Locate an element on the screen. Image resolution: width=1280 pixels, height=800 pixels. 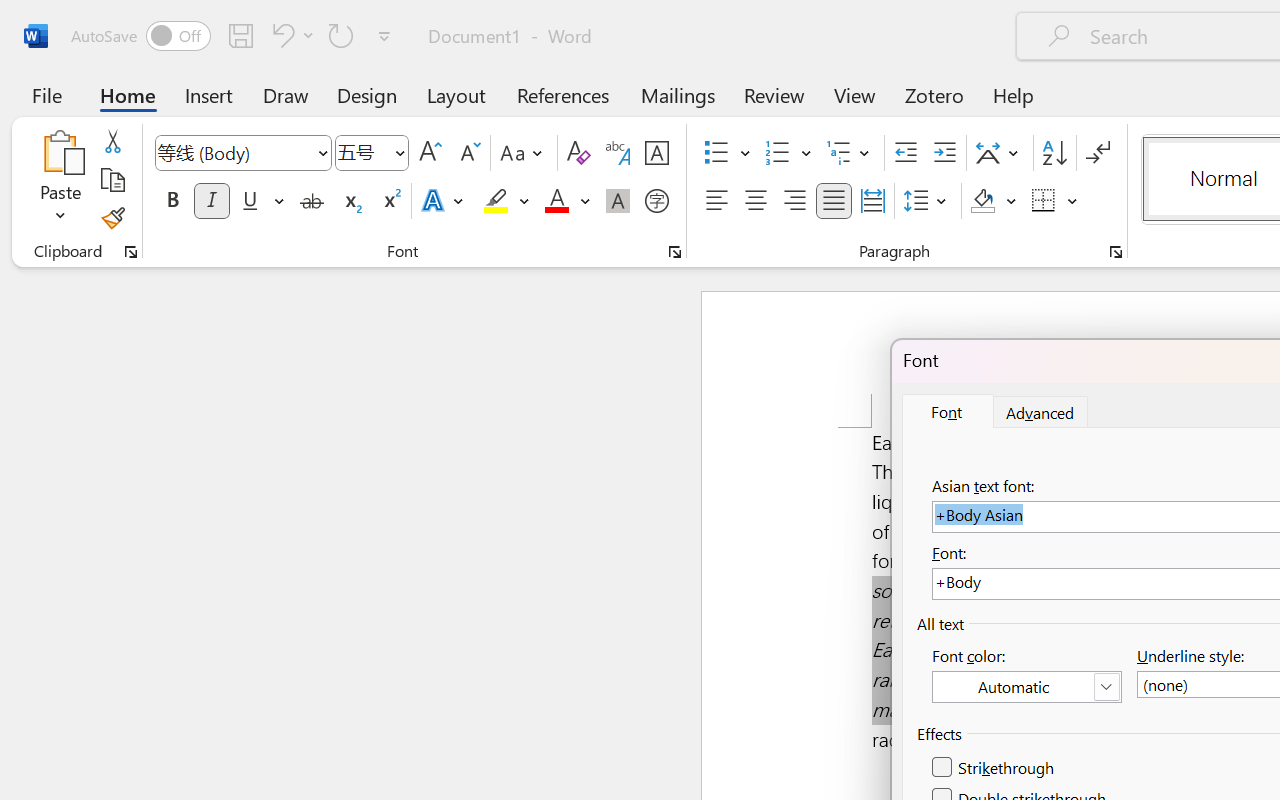
'Grow Font' is located at coordinates (429, 153).